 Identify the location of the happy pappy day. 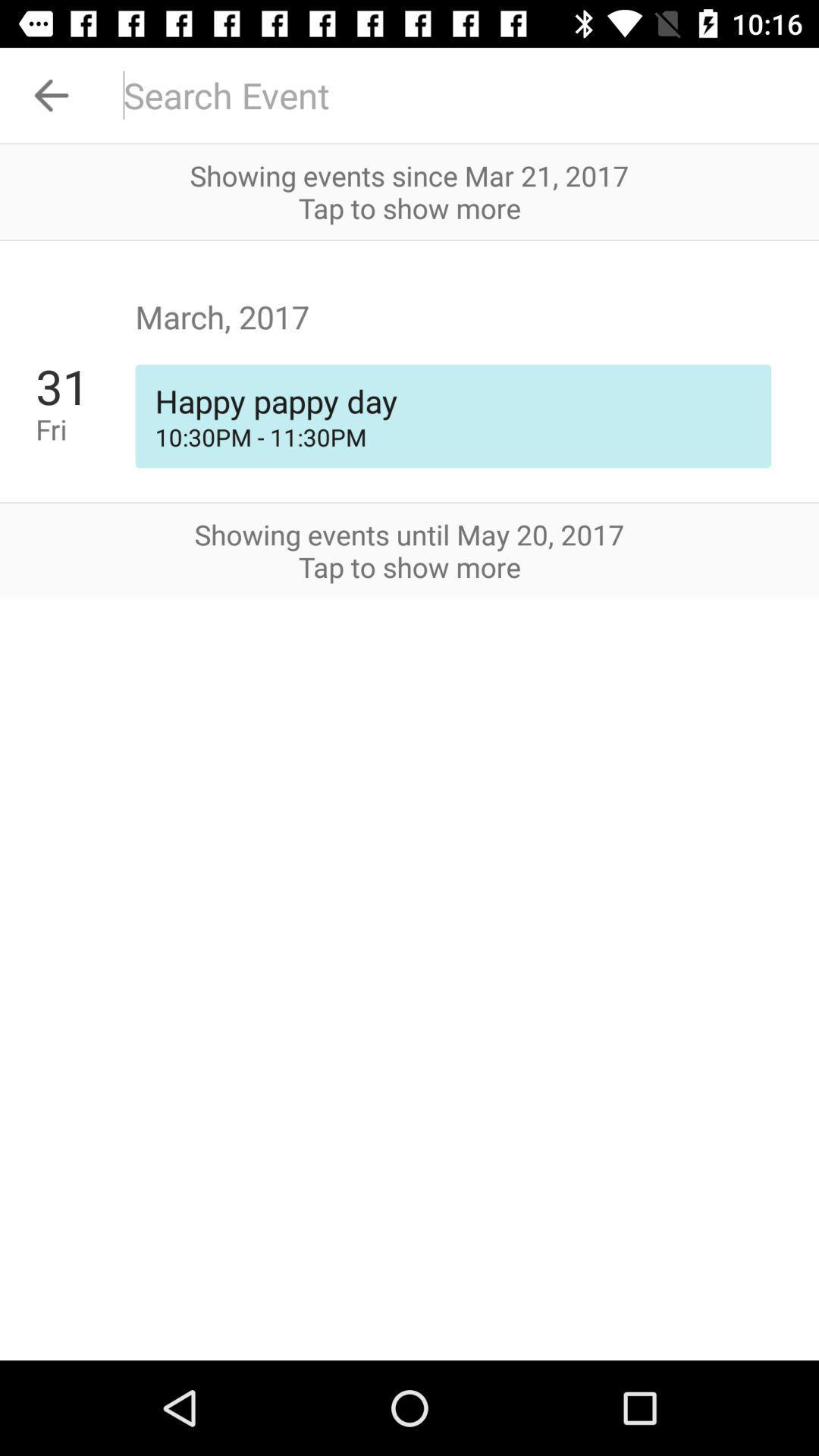
(452, 400).